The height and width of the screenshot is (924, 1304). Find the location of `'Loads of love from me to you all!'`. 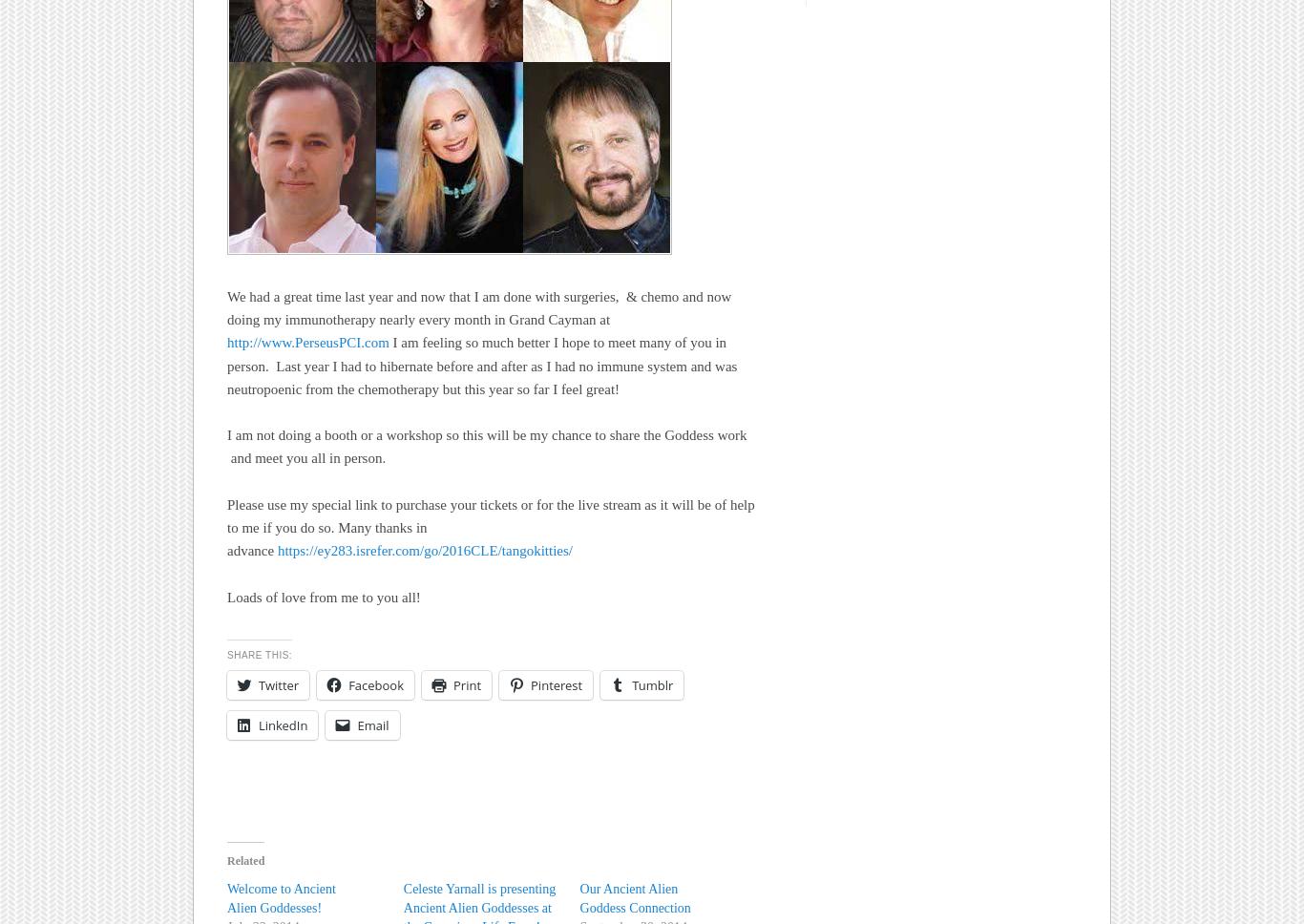

'Loads of love from me to you all!' is located at coordinates (324, 596).